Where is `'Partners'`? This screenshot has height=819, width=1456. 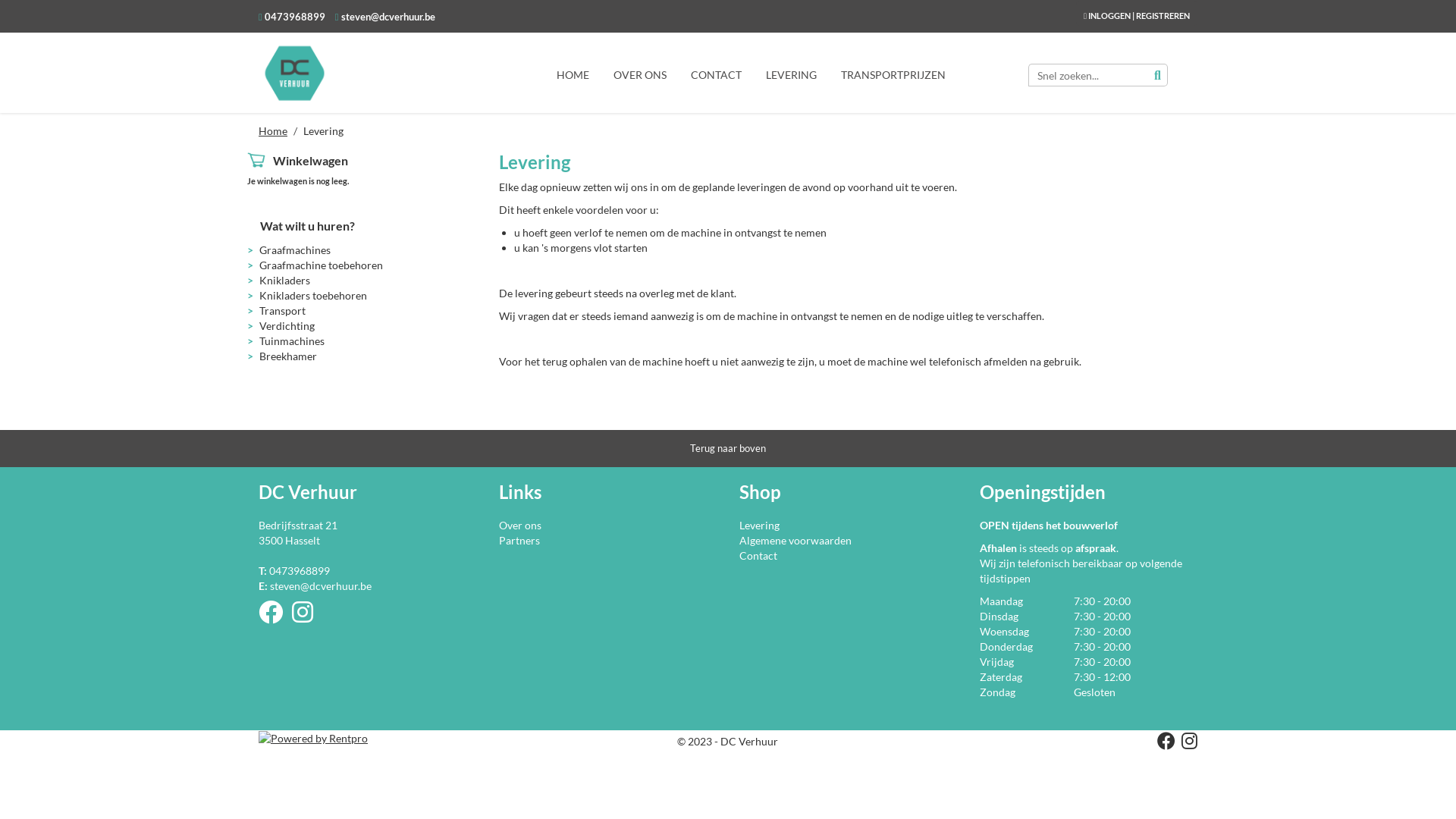
'Partners' is located at coordinates (498, 539).